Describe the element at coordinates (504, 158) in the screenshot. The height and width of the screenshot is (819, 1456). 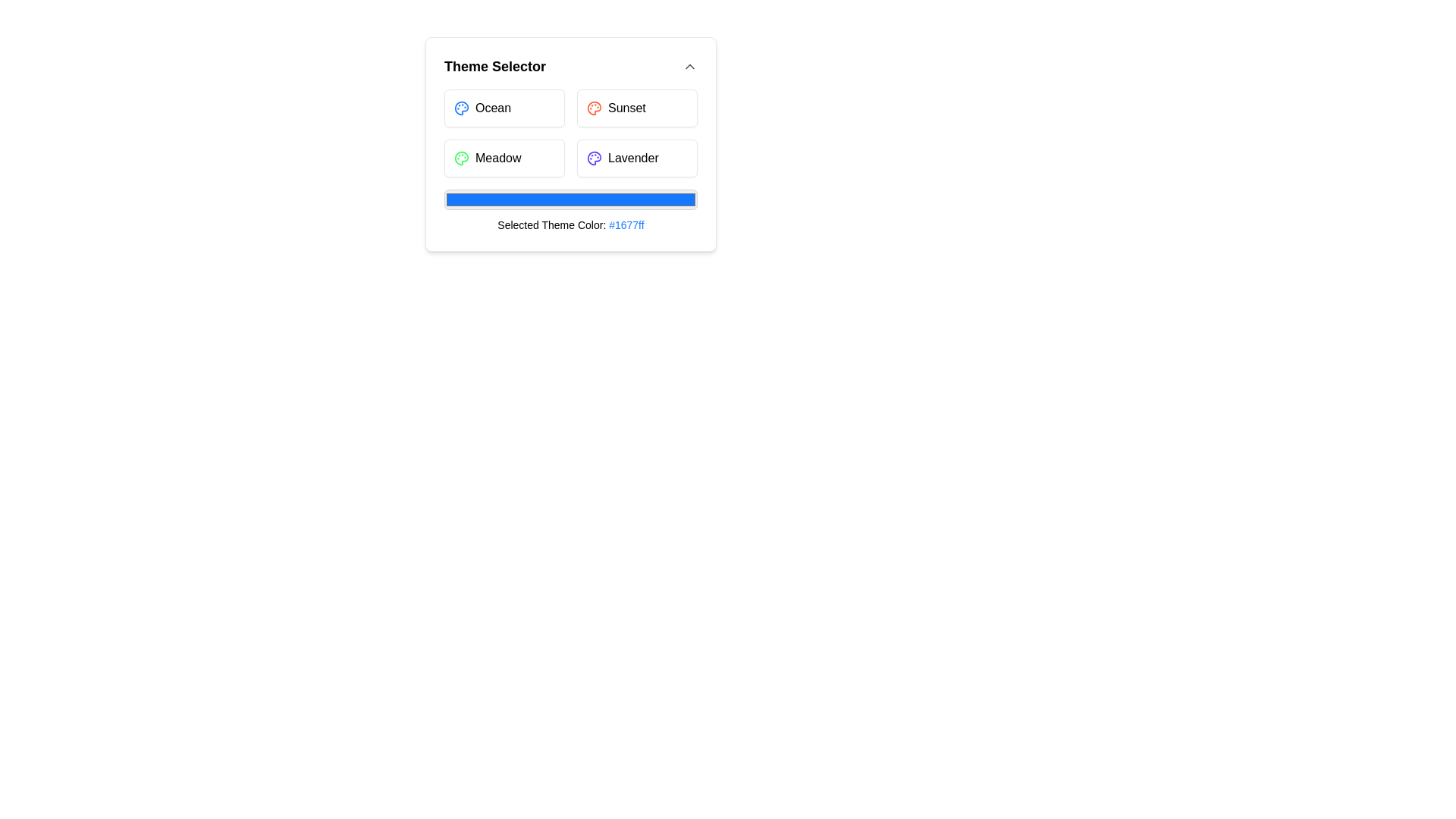
I see `the button that selects the 'Meadow' theme in the theme selector located in the second row and first column of the grid layout` at that location.